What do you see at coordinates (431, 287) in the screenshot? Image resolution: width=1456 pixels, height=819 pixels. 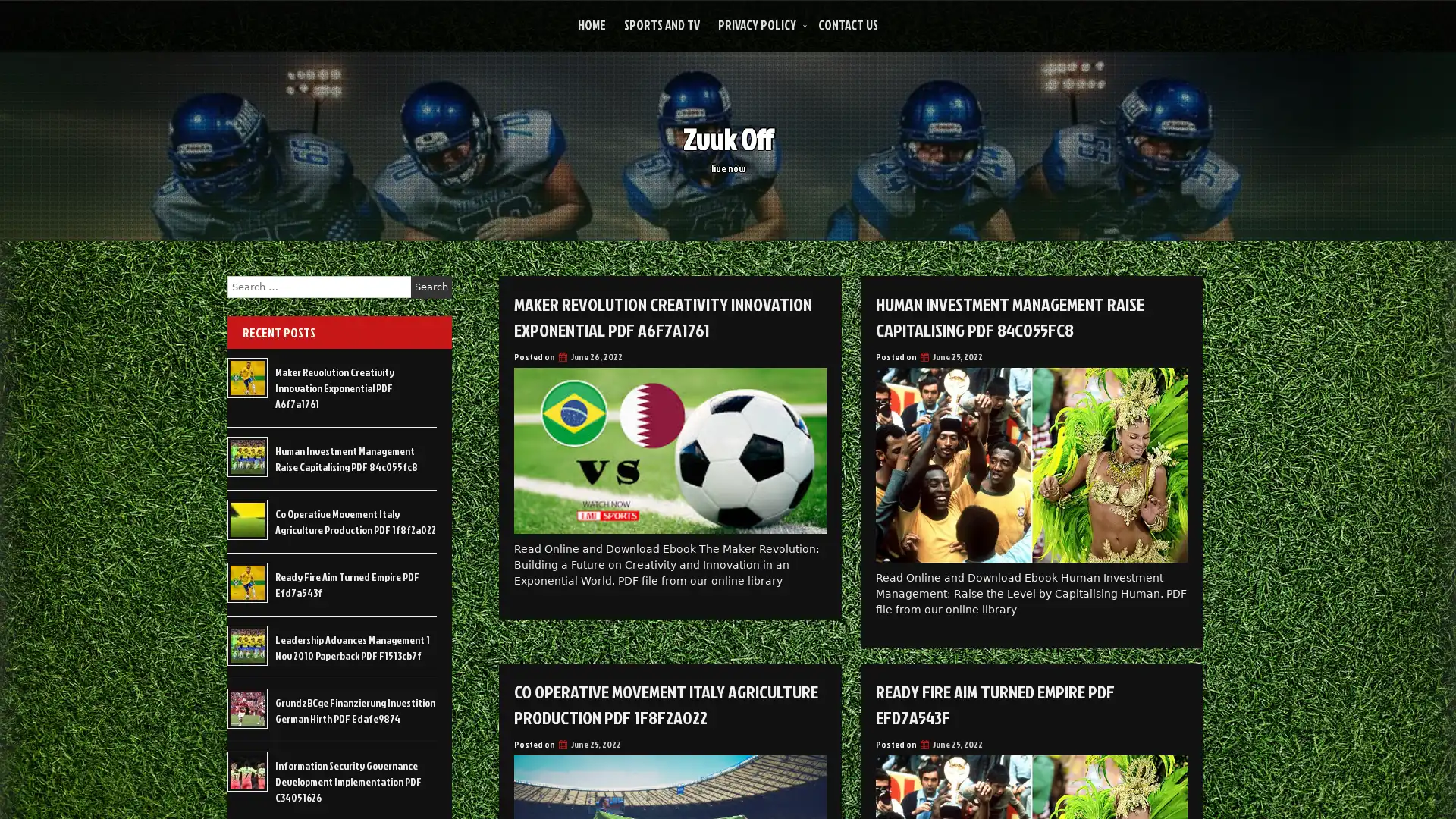 I see `Search` at bounding box center [431, 287].